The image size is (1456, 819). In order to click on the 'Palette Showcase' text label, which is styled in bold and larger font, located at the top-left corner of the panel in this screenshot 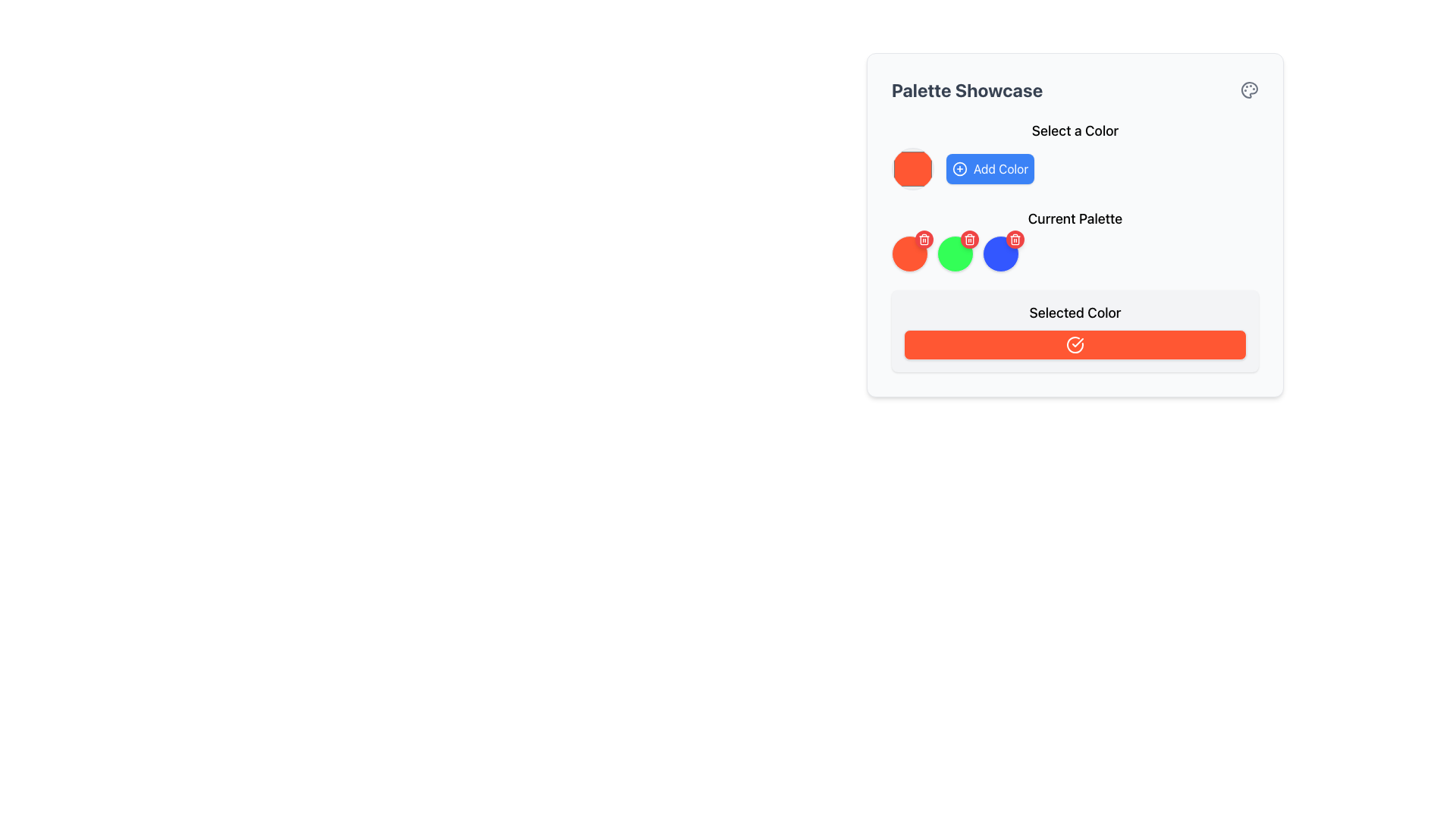, I will do `click(966, 90)`.